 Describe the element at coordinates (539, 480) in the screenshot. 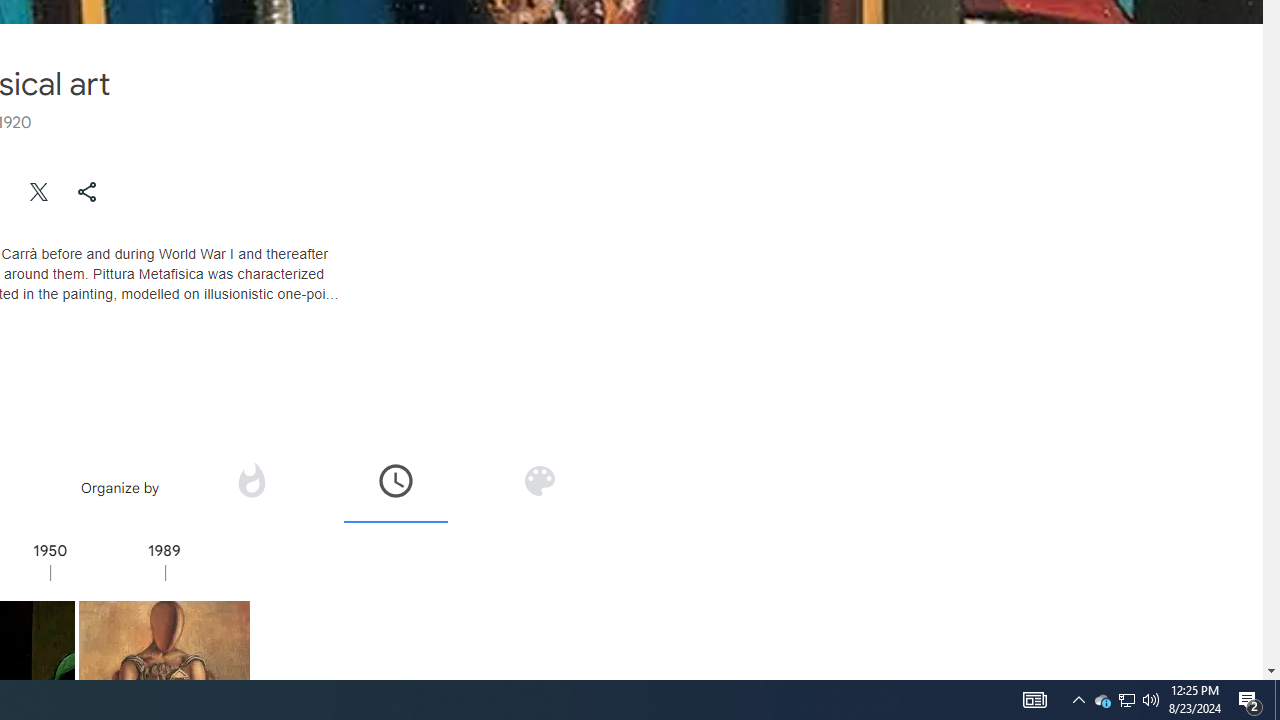

I see `'Organize by color'` at that location.